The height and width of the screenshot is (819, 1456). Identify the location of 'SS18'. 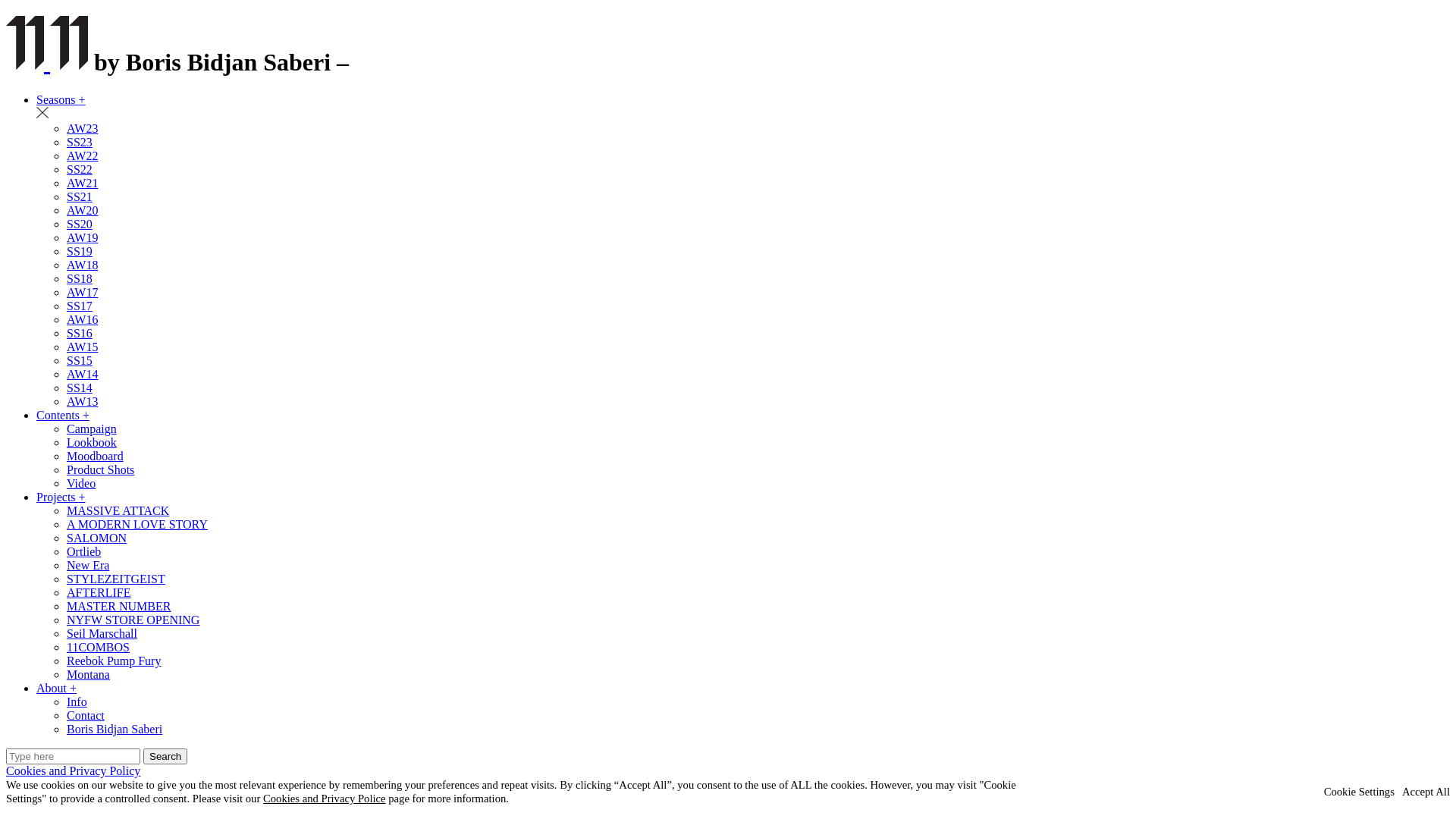
(79, 278).